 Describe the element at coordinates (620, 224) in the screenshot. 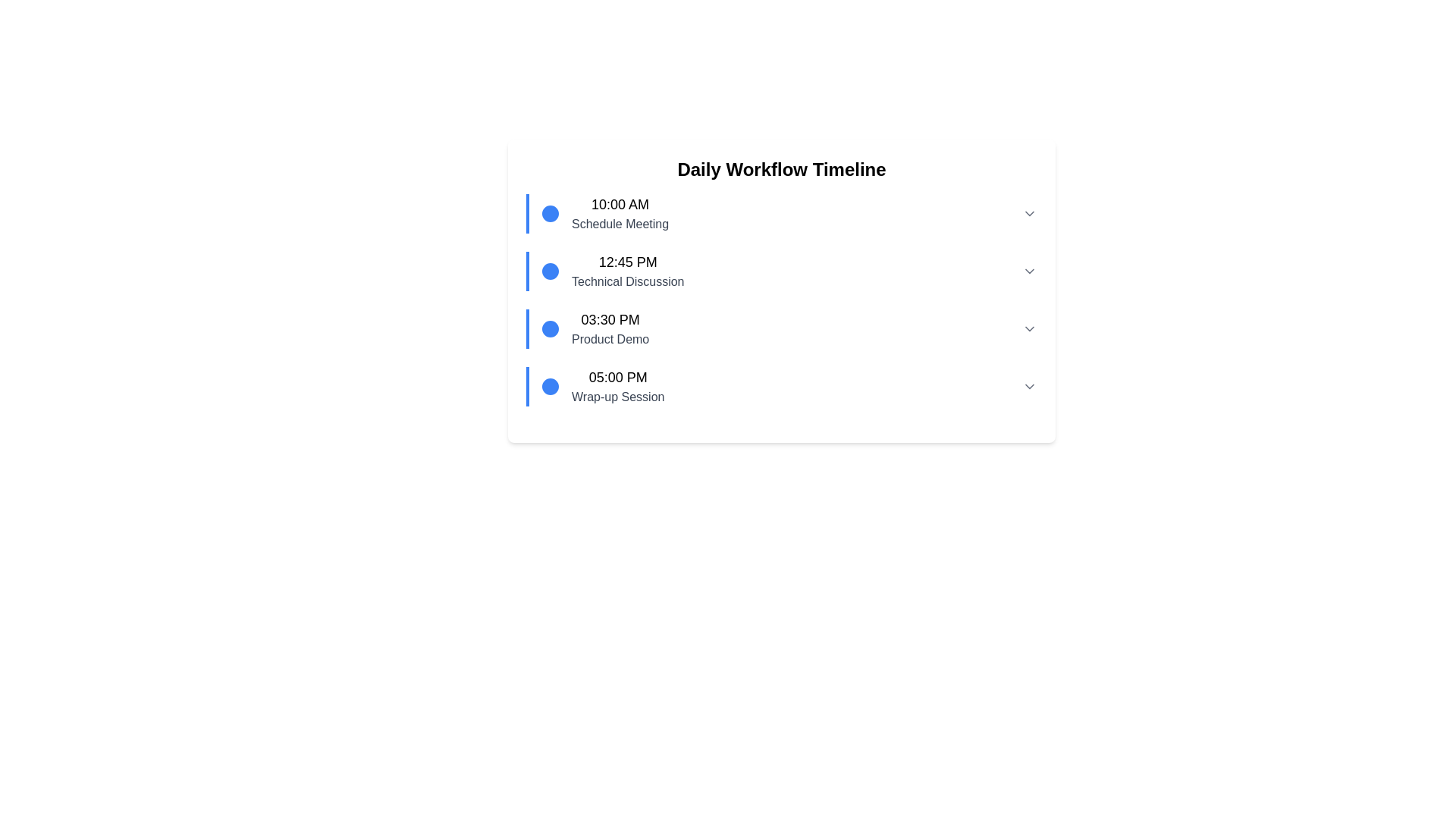

I see `text label displaying 'Schedule Meeting' located beneath the '10:00 AM' label in the timeline view` at that location.